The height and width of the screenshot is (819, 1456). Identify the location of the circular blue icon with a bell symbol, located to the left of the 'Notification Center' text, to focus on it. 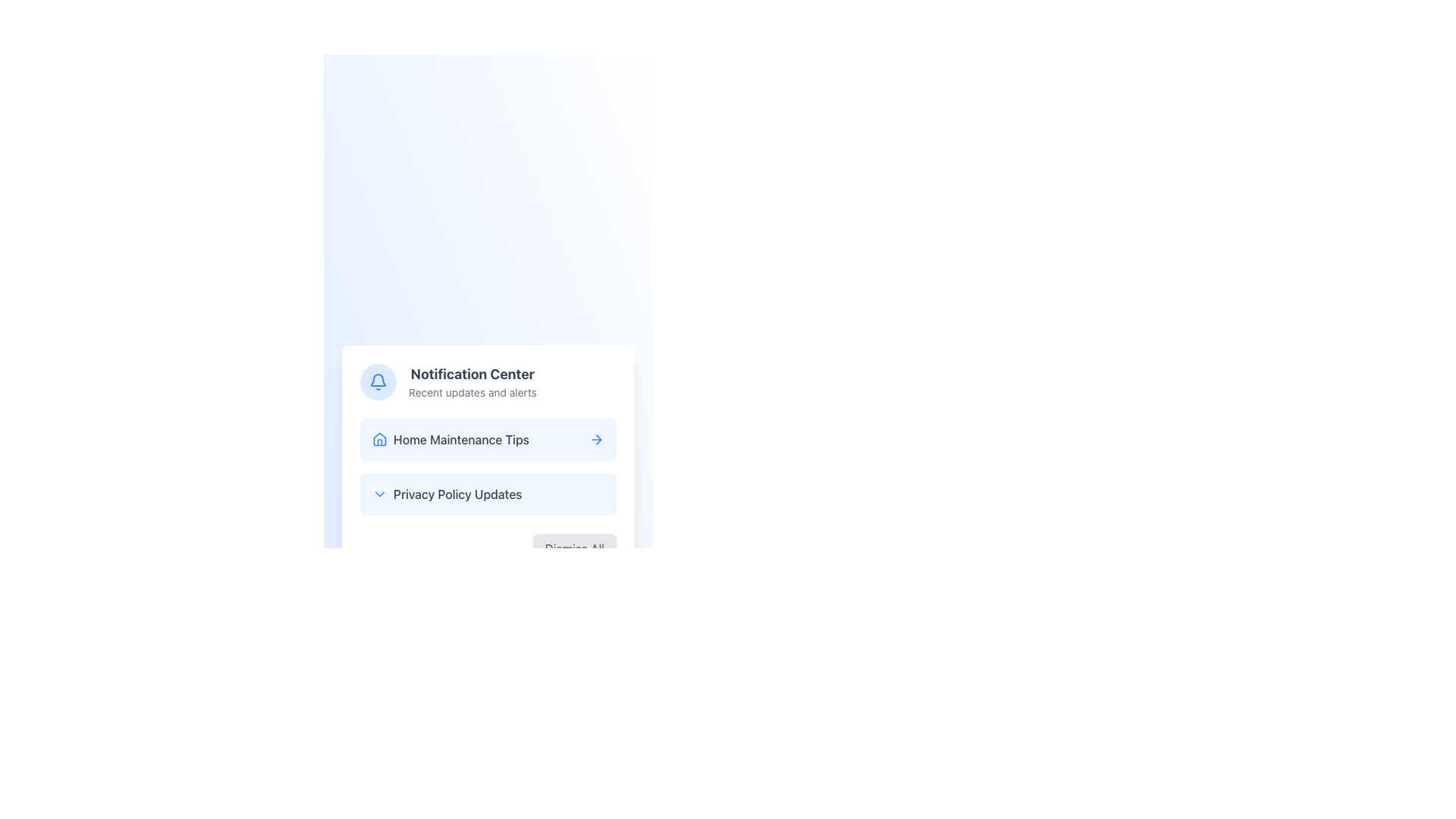
(378, 381).